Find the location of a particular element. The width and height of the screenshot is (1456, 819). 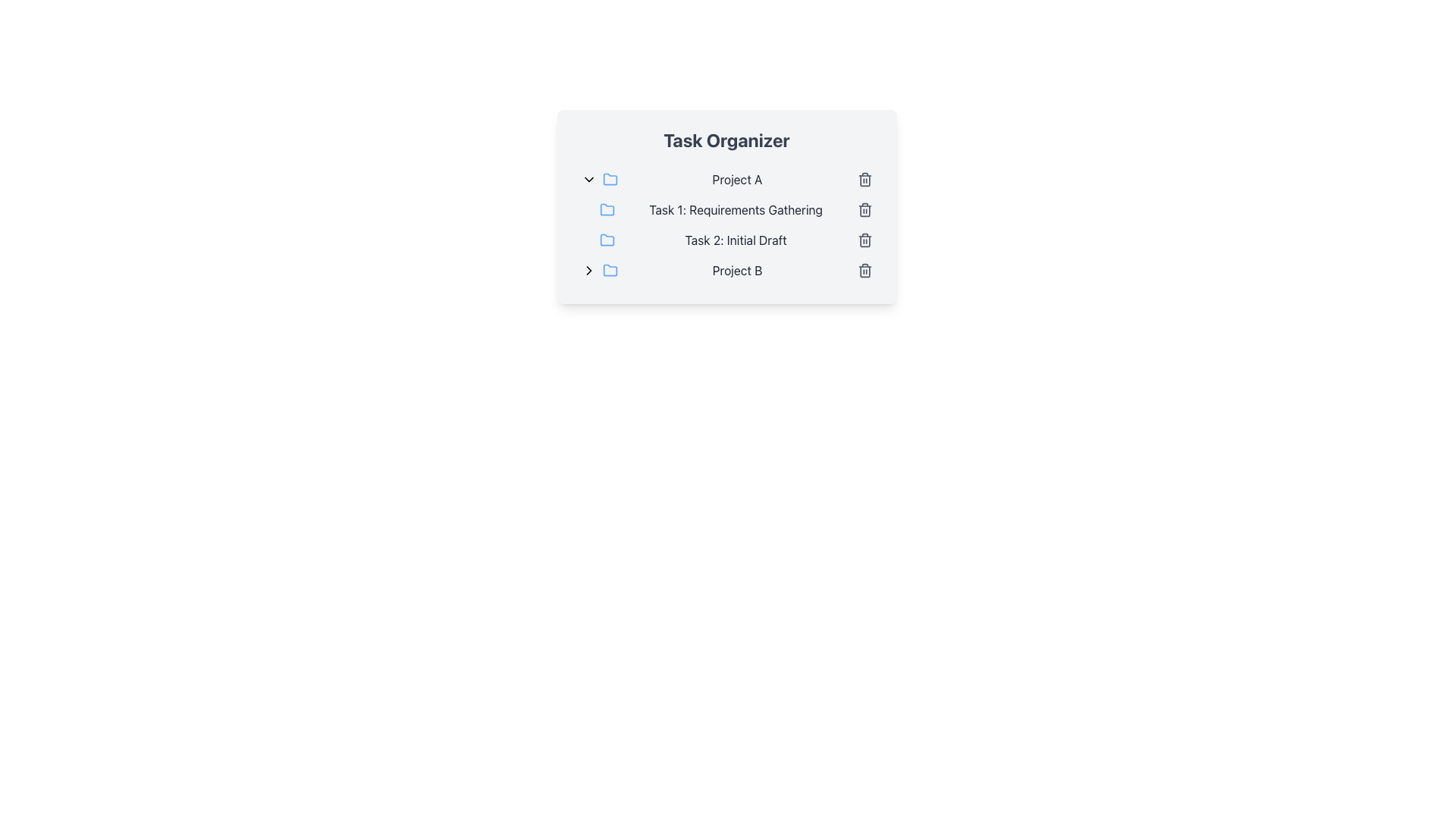

header text element labeled 'Task Organizer', which is bold and large-sized, positioned at the top of the card layout is located at coordinates (726, 140).